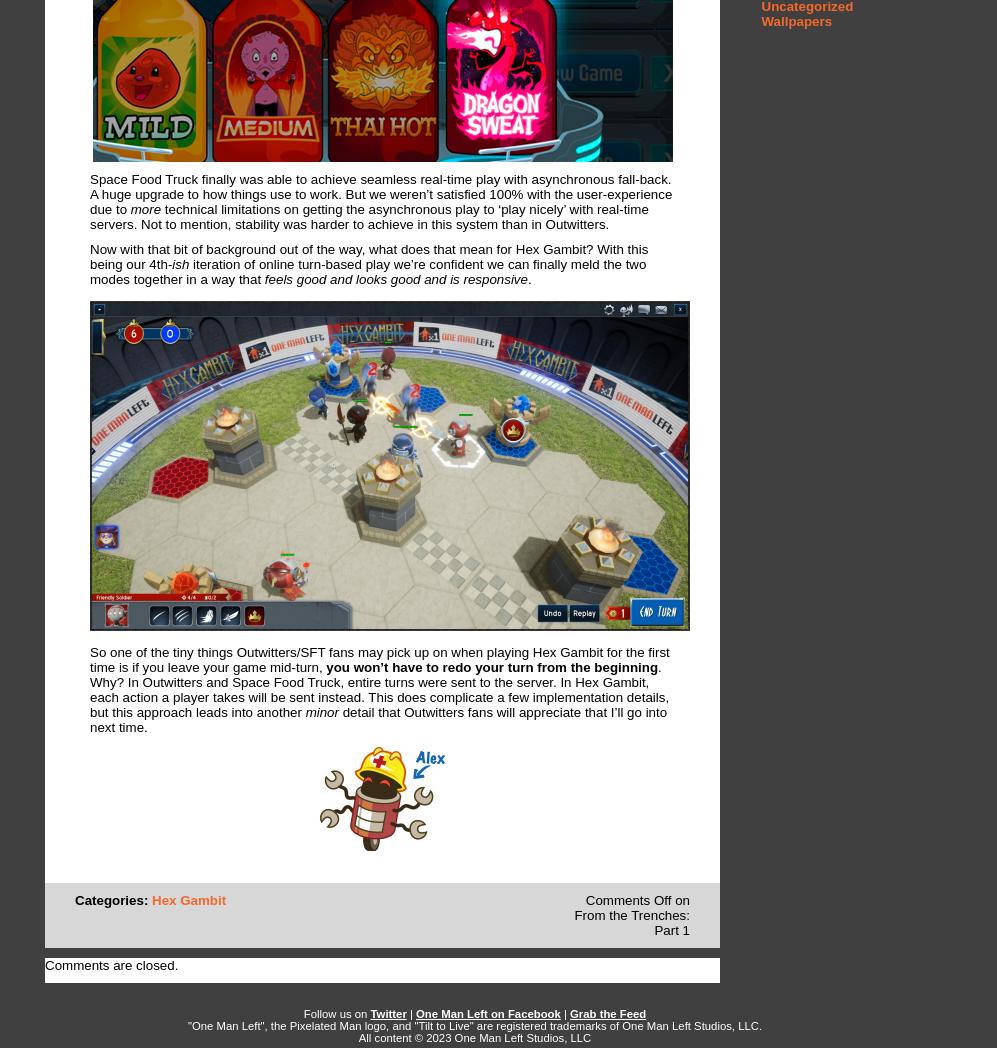 Image resolution: width=997 pixels, height=1048 pixels. What do you see at coordinates (144, 208) in the screenshot?
I see `'more'` at bounding box center [144, 208].